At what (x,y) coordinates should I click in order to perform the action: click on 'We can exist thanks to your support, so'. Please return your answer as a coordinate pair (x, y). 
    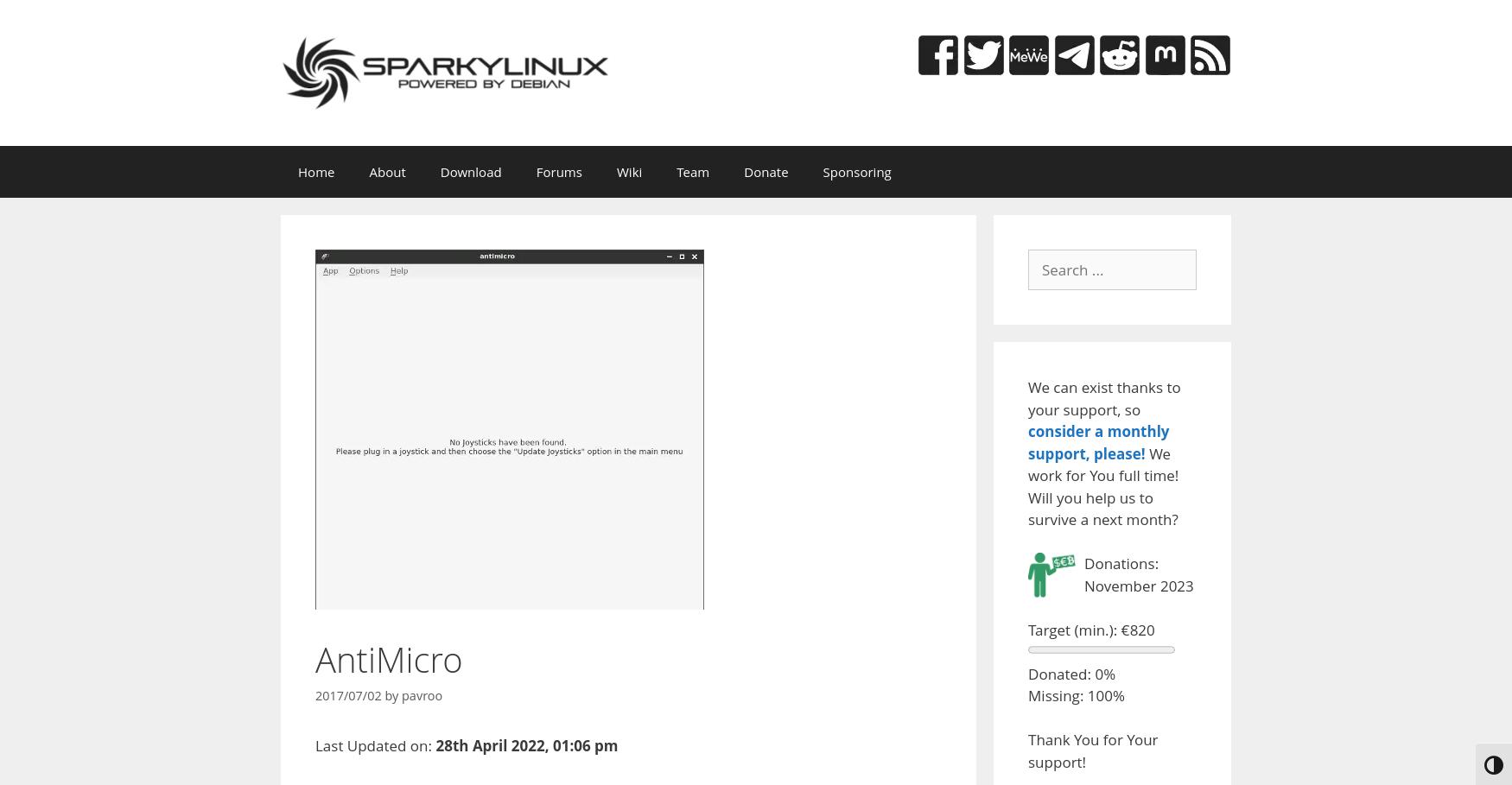
    Looking at the image, I should click on (1028, 398).